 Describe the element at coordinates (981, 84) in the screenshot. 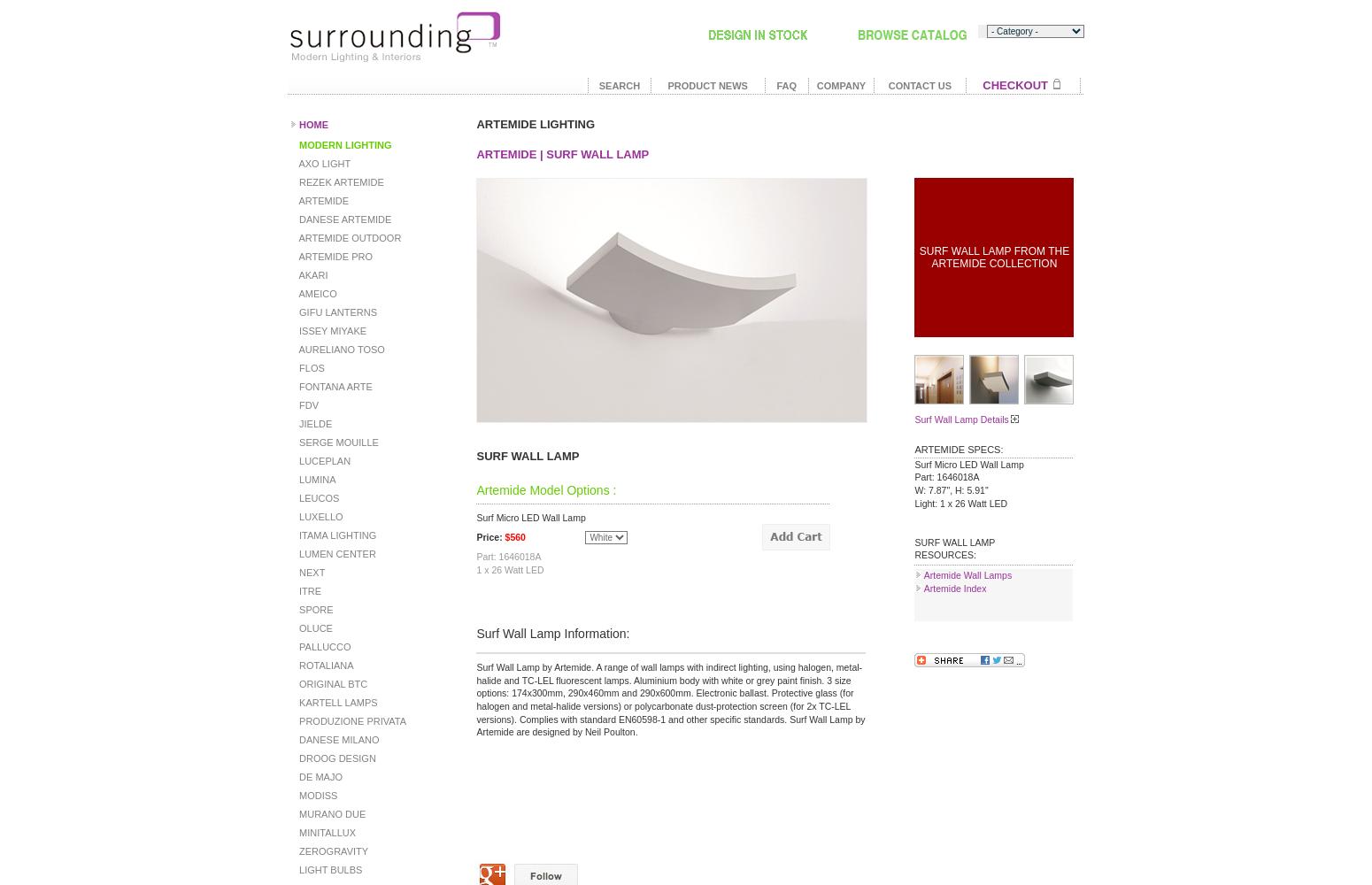

I see `'CHECKOUT'` at that location.